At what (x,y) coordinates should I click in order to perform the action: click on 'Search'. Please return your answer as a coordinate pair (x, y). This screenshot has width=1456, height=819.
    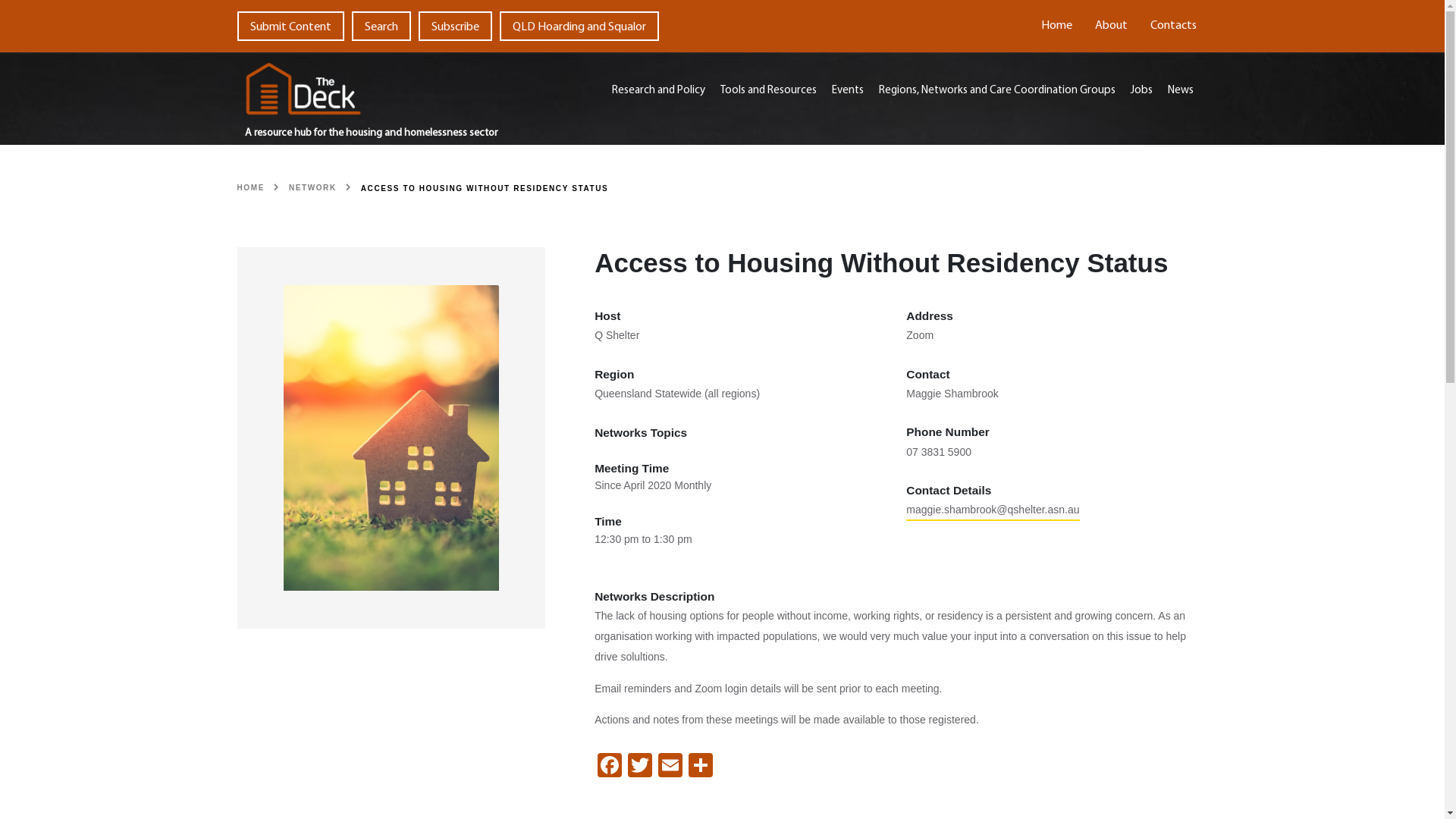
    Looking at the image, I should click on (351, 26).